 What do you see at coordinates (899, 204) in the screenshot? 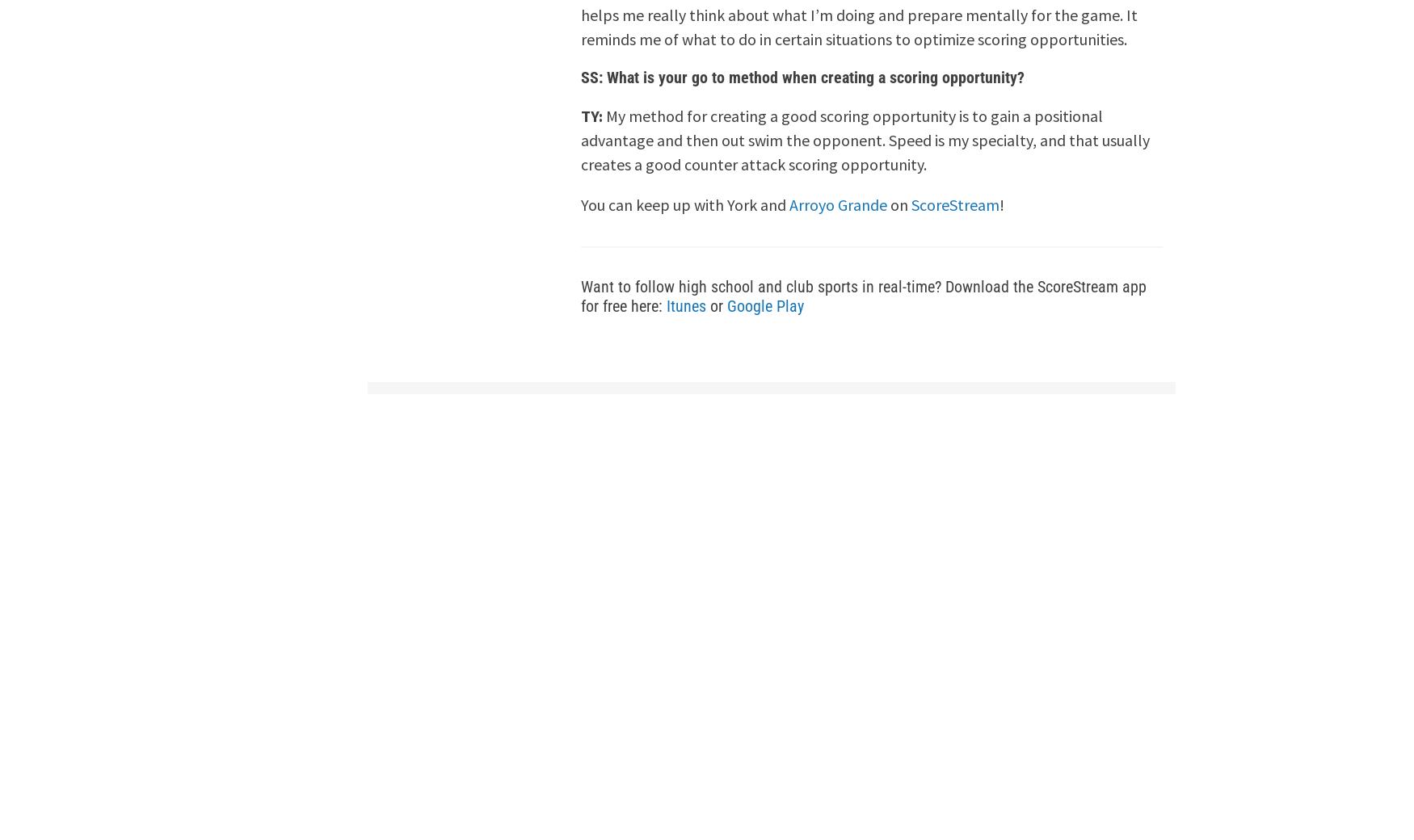
I see `'on'` at bounding box center [899, 204].